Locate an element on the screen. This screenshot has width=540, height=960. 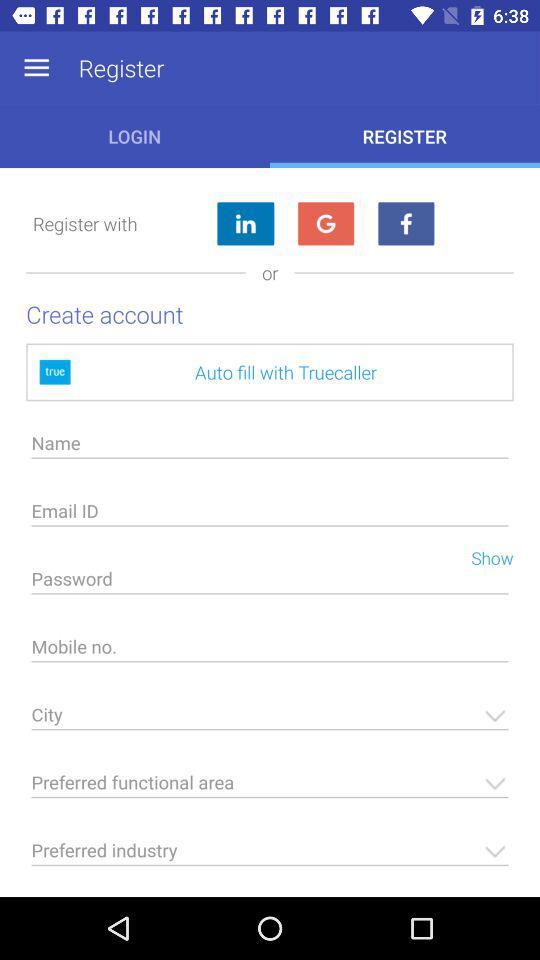
name is located at coordinates (270, 448).